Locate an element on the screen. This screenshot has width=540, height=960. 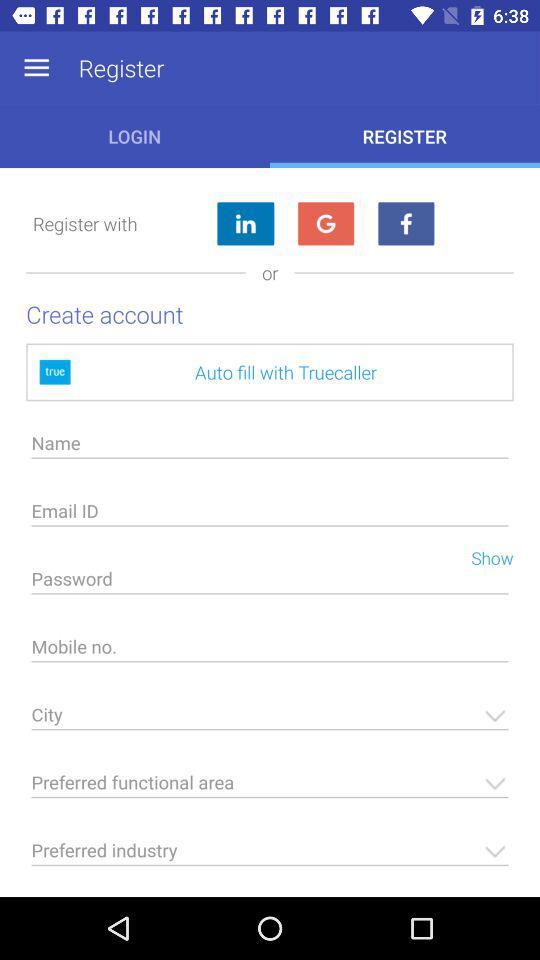
name is located at coordinates (270, 448).